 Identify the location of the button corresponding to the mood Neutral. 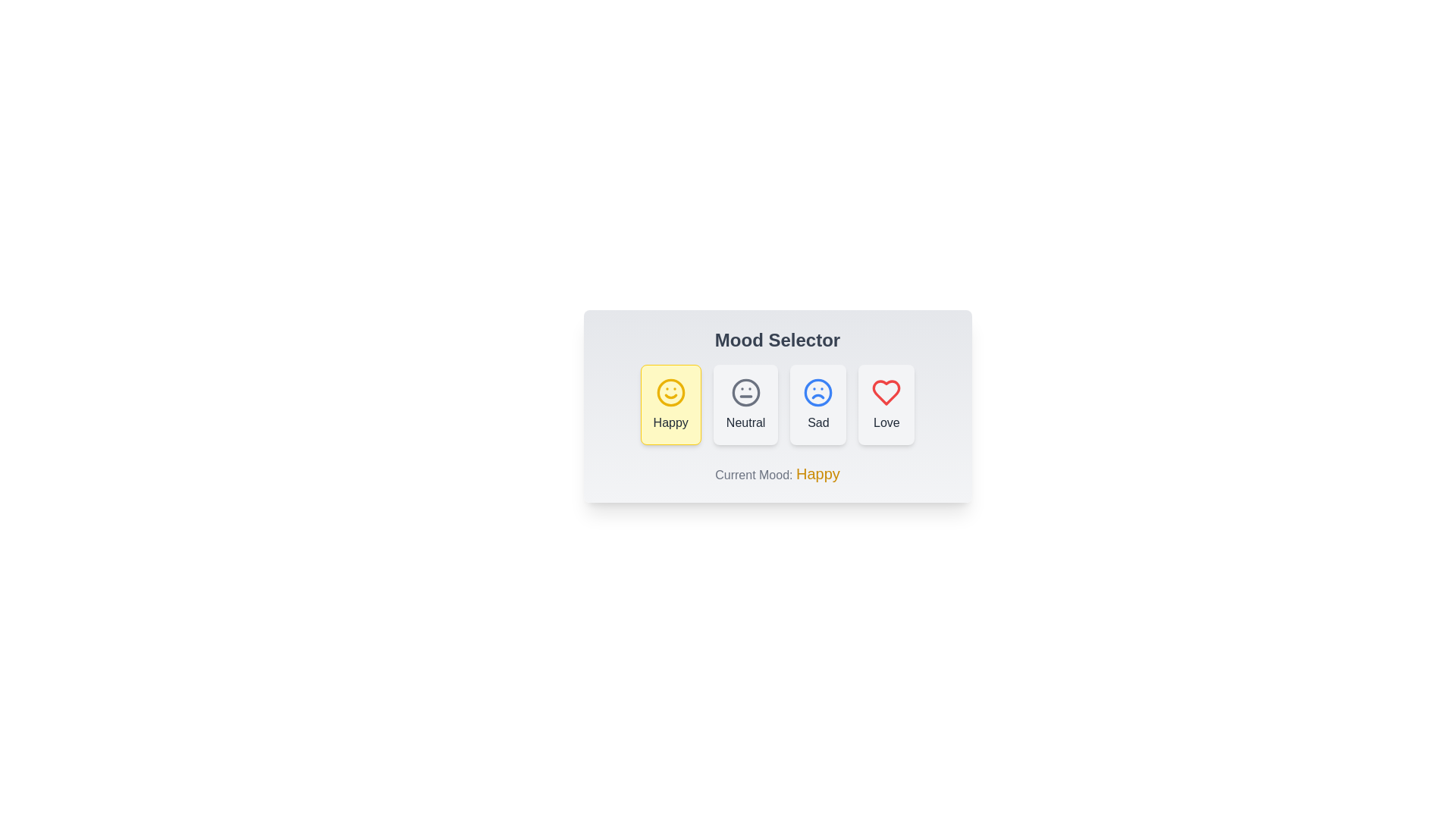
(745, 403).